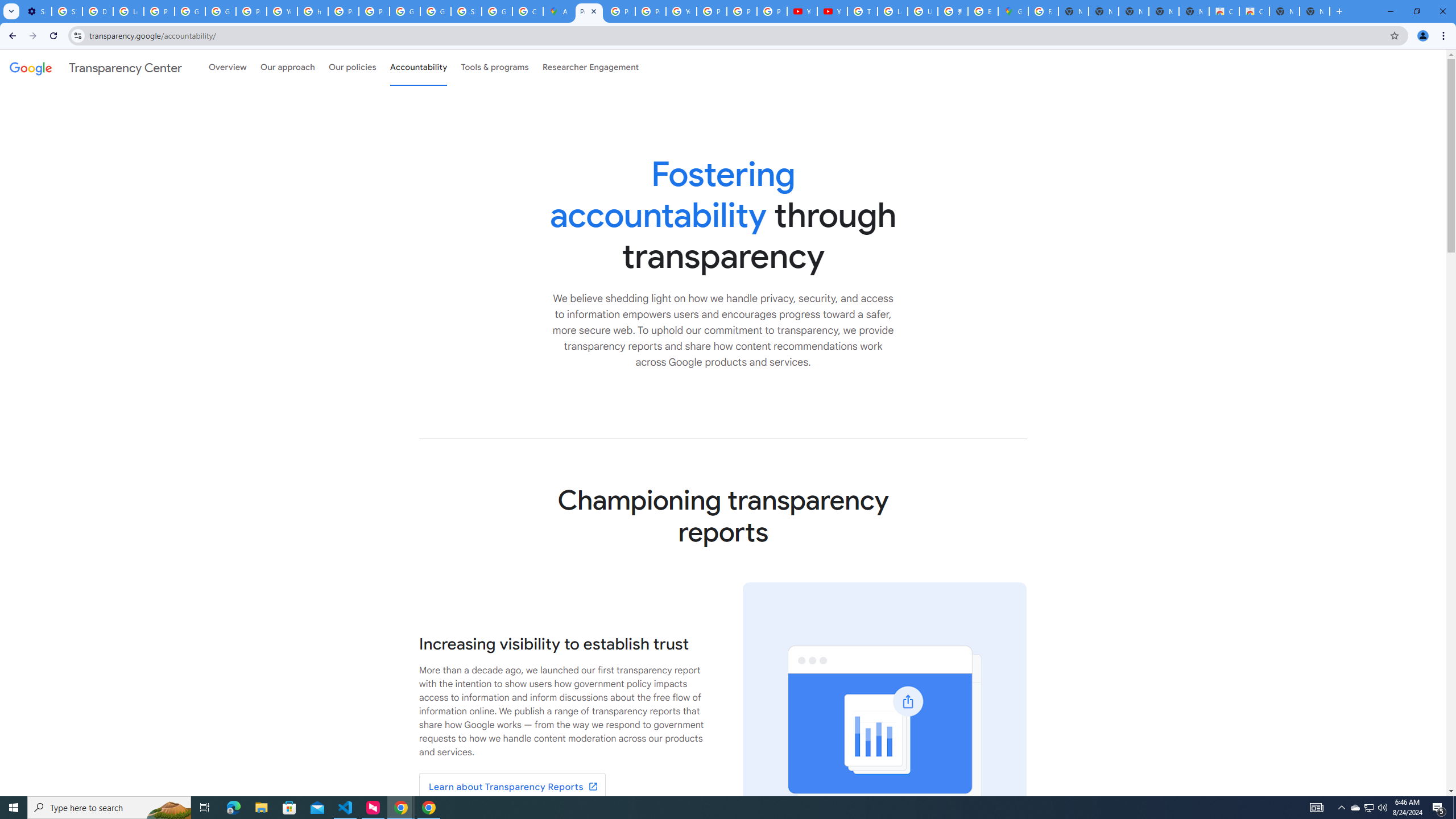 The image size is (1456, 819). I want to click on 'Go to Transparency Report About web page', so click(512, 786).